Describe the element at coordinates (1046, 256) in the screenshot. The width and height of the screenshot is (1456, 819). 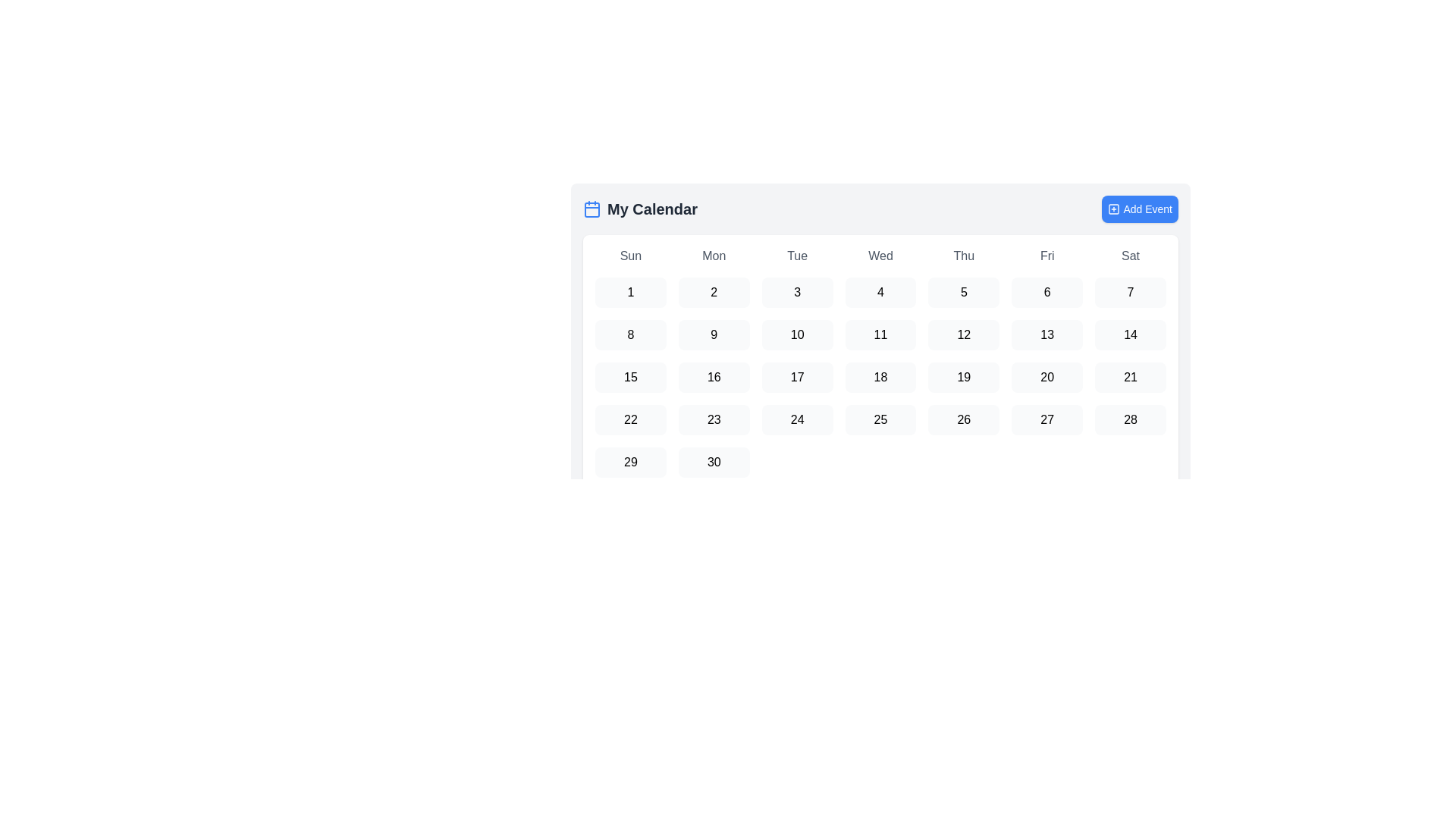
I see `the label displaying 'Fri', which is styled in gray and located in the 6th position of the top row in a 7-column grid representing the days of the week` at that location.